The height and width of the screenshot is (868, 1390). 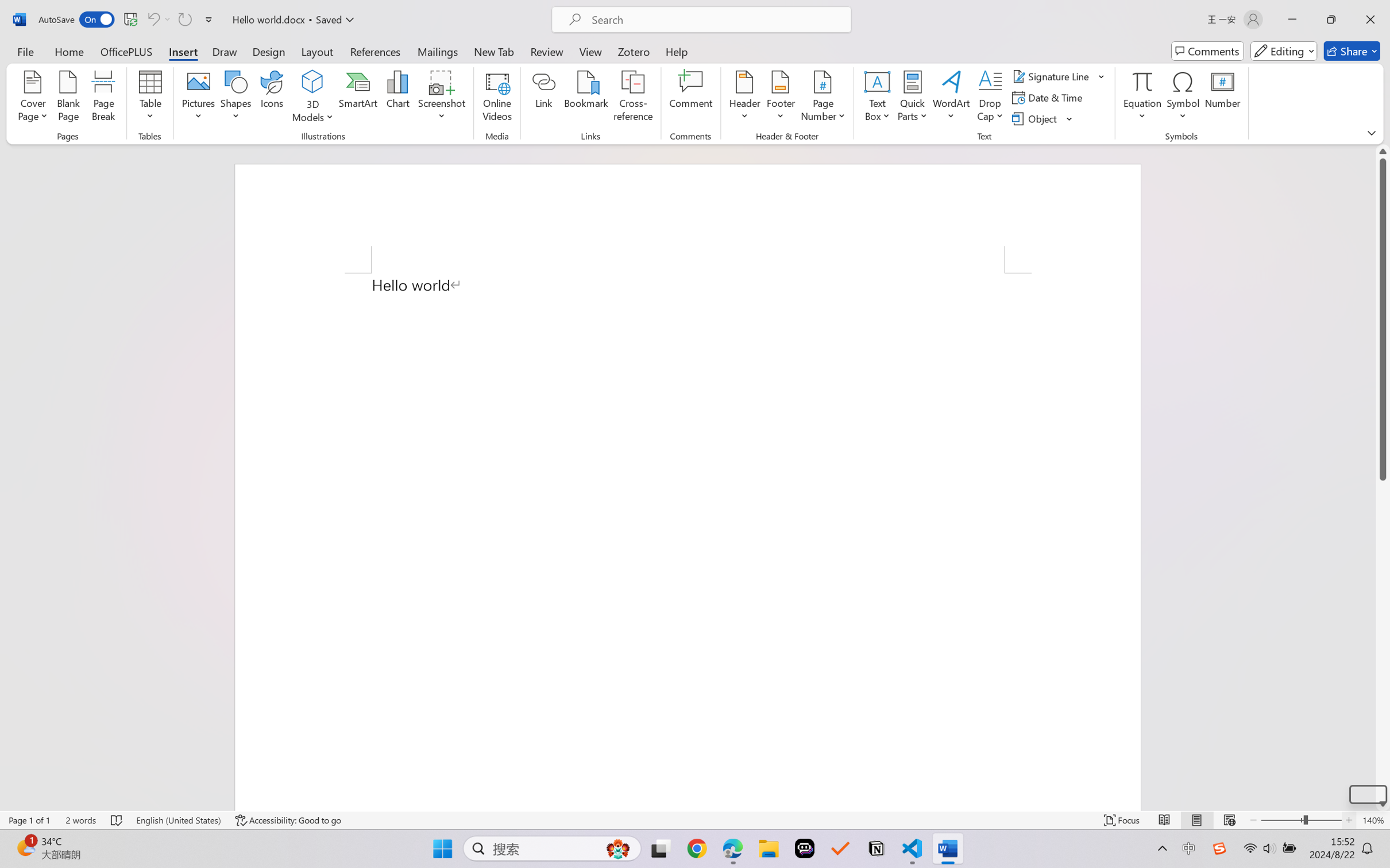 What do you see at coordinates (128, 19) in the screenshot?
I see `'Quick Access Toolbar'` at bounding box center [128, 19].